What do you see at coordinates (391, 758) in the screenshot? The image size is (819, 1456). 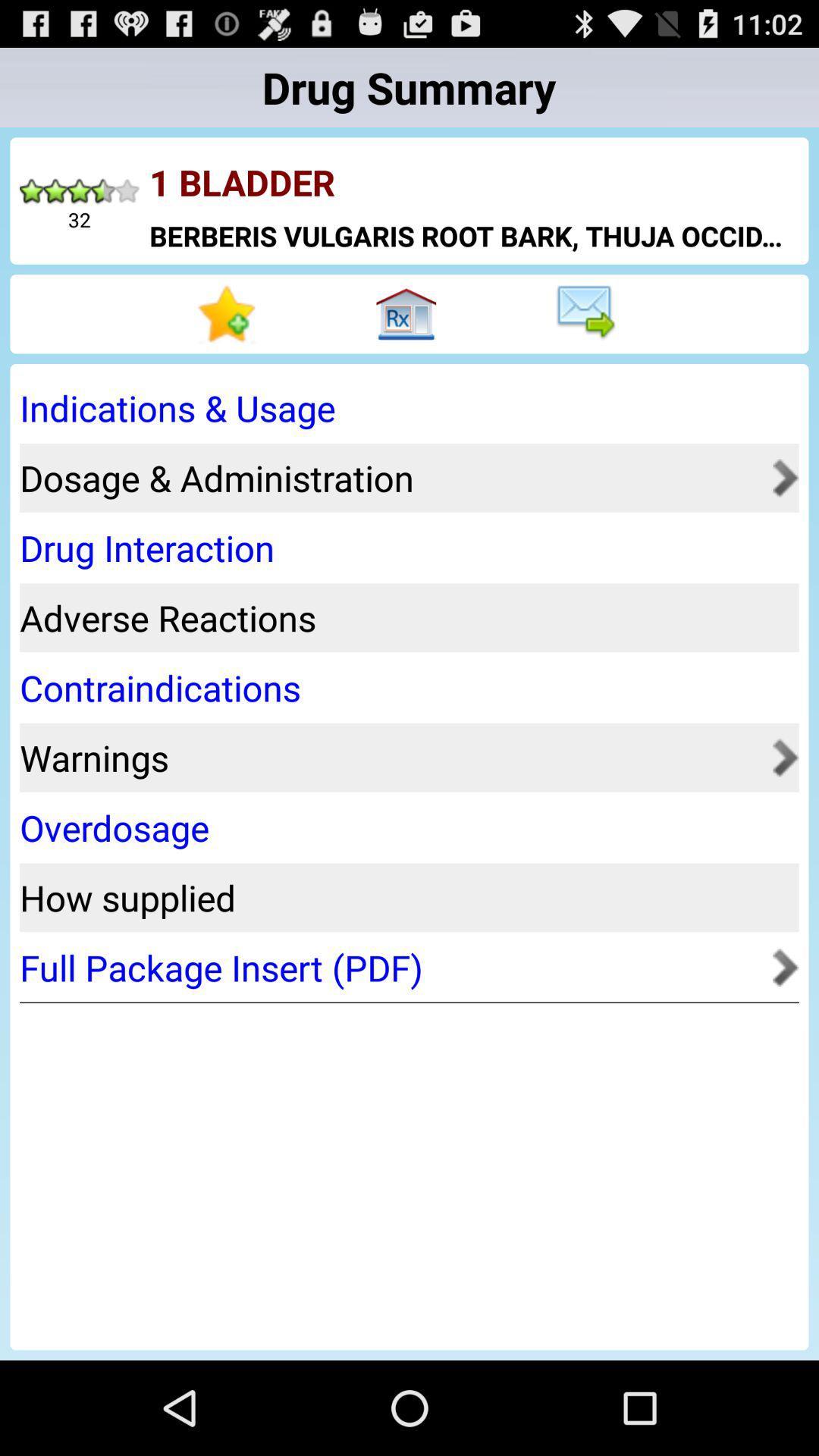 I see `the app above the overdosage` at bounding box center [391, 758].